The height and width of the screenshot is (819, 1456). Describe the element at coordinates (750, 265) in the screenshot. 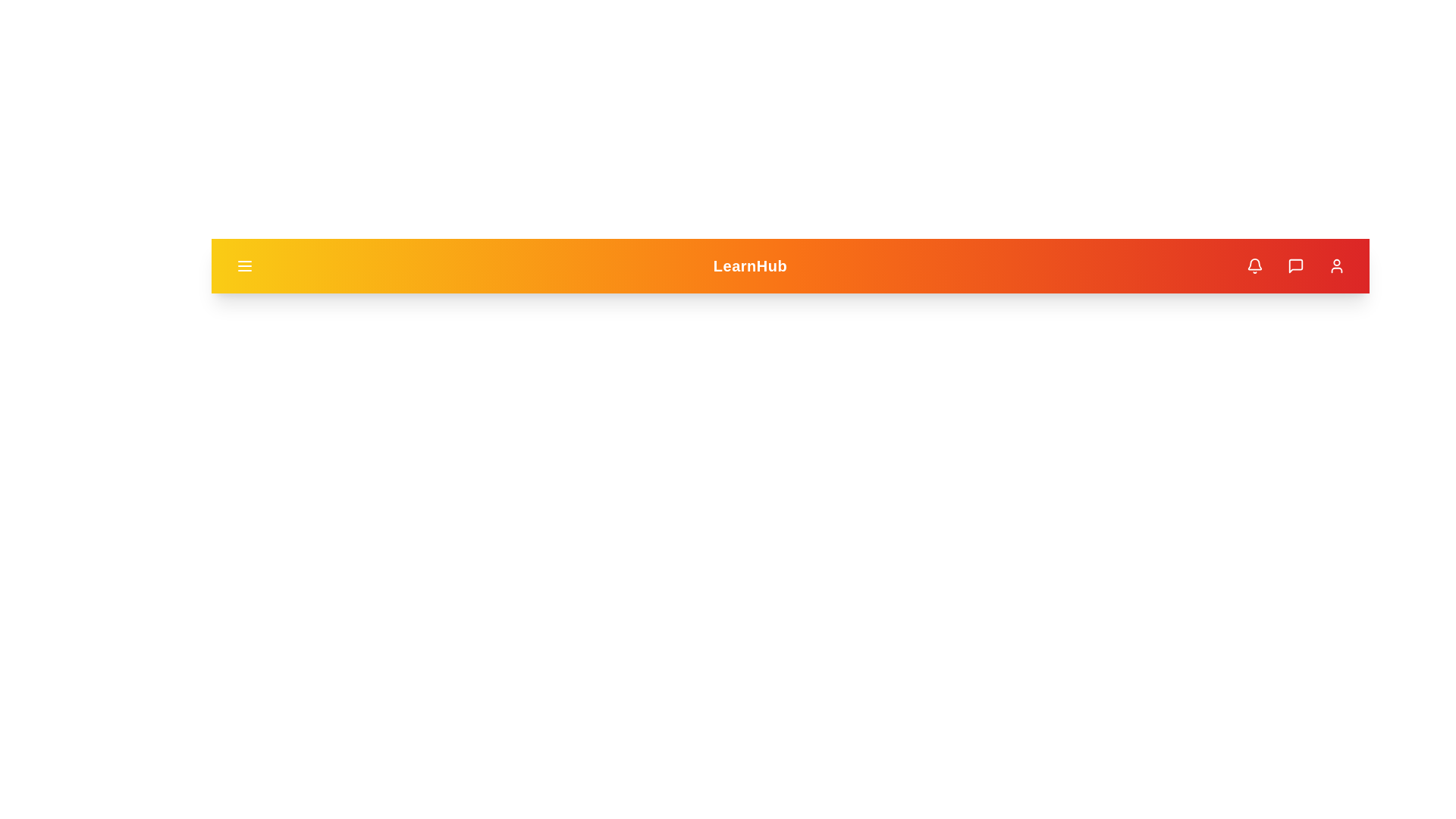

I see `the app title text 'LearnHub'` at that location.